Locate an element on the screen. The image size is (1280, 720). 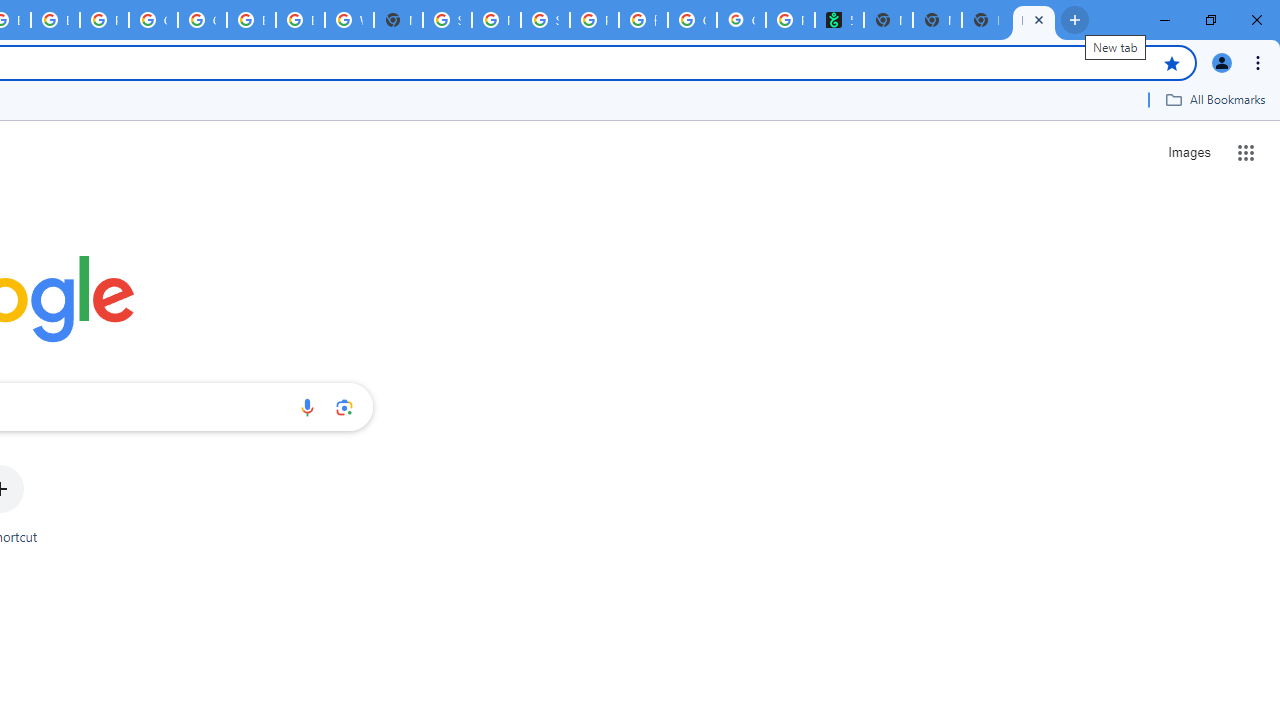
'Sign in - Google Accounts' is located at coordinates (446, 20).